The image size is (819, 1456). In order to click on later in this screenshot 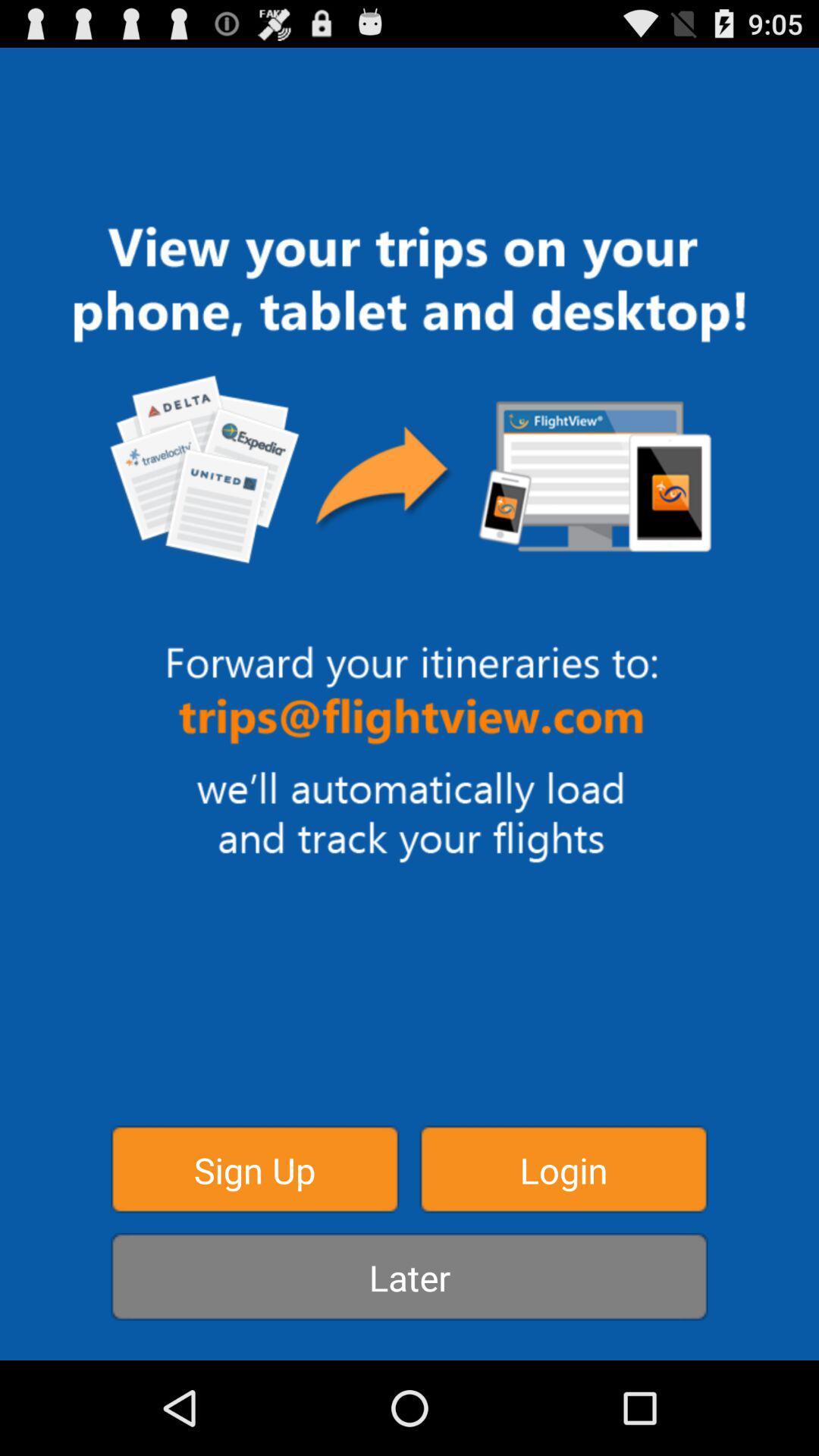, I will do `click(409, 1276)`.